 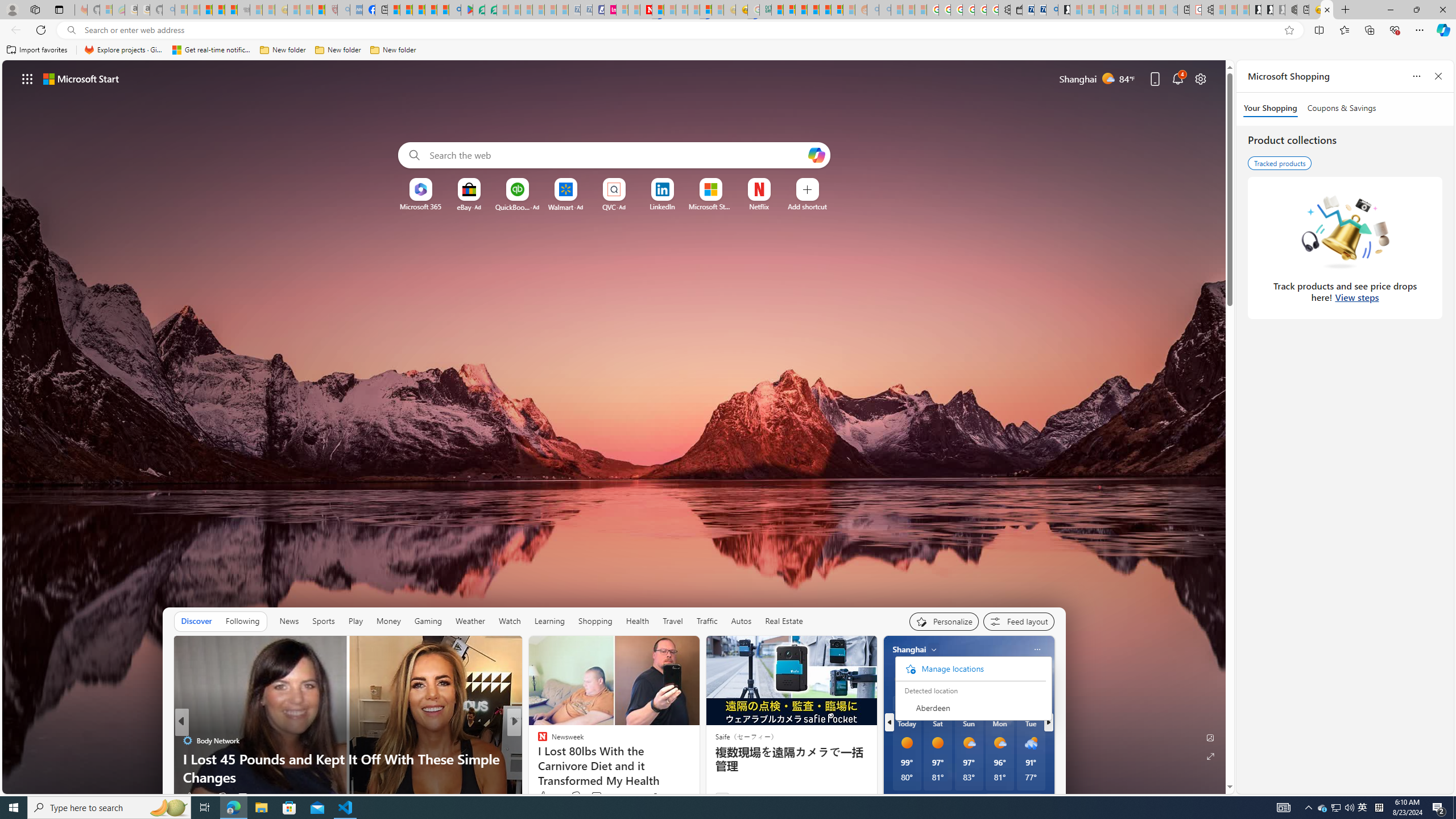 What do you see at coordinates (420, 189) in the screenshot?
I see `'To get missing image descriptions, open the context menu.'` at bounding box center [420, 189].